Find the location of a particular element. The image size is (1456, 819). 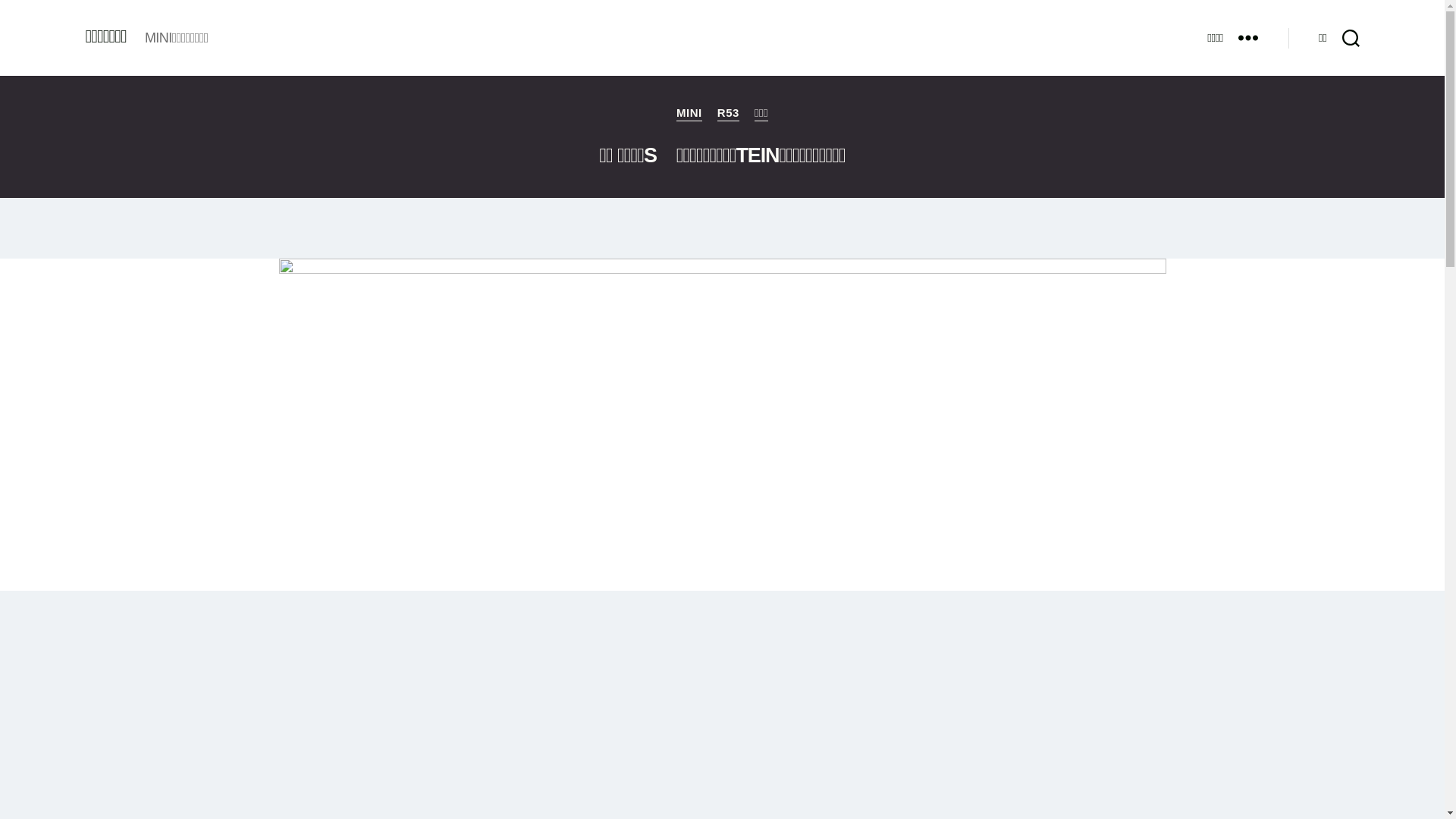

'R53' is located at coordinates (728, 113).